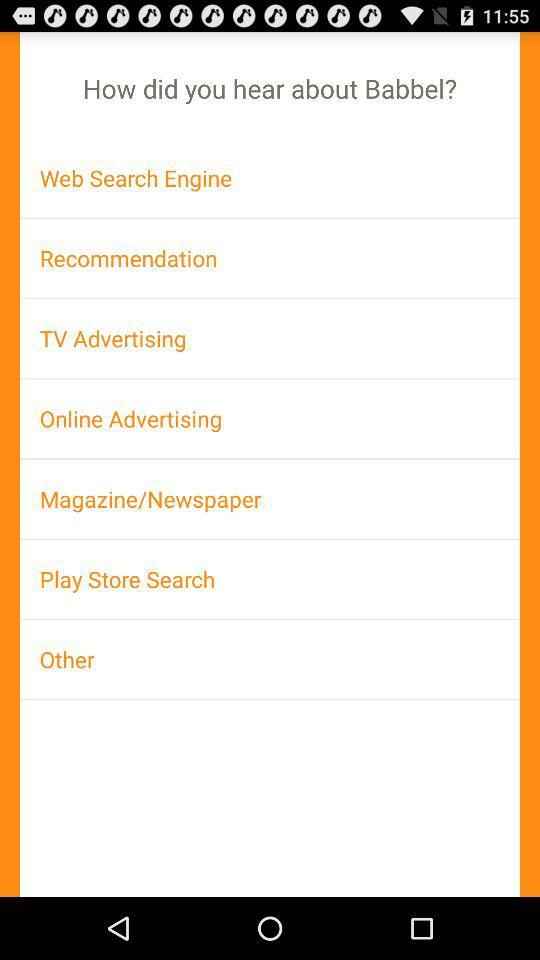 The height and width of the screenshot is (960, 540). I want to click on the item above magazine/newspaper item, so click(270, 417).